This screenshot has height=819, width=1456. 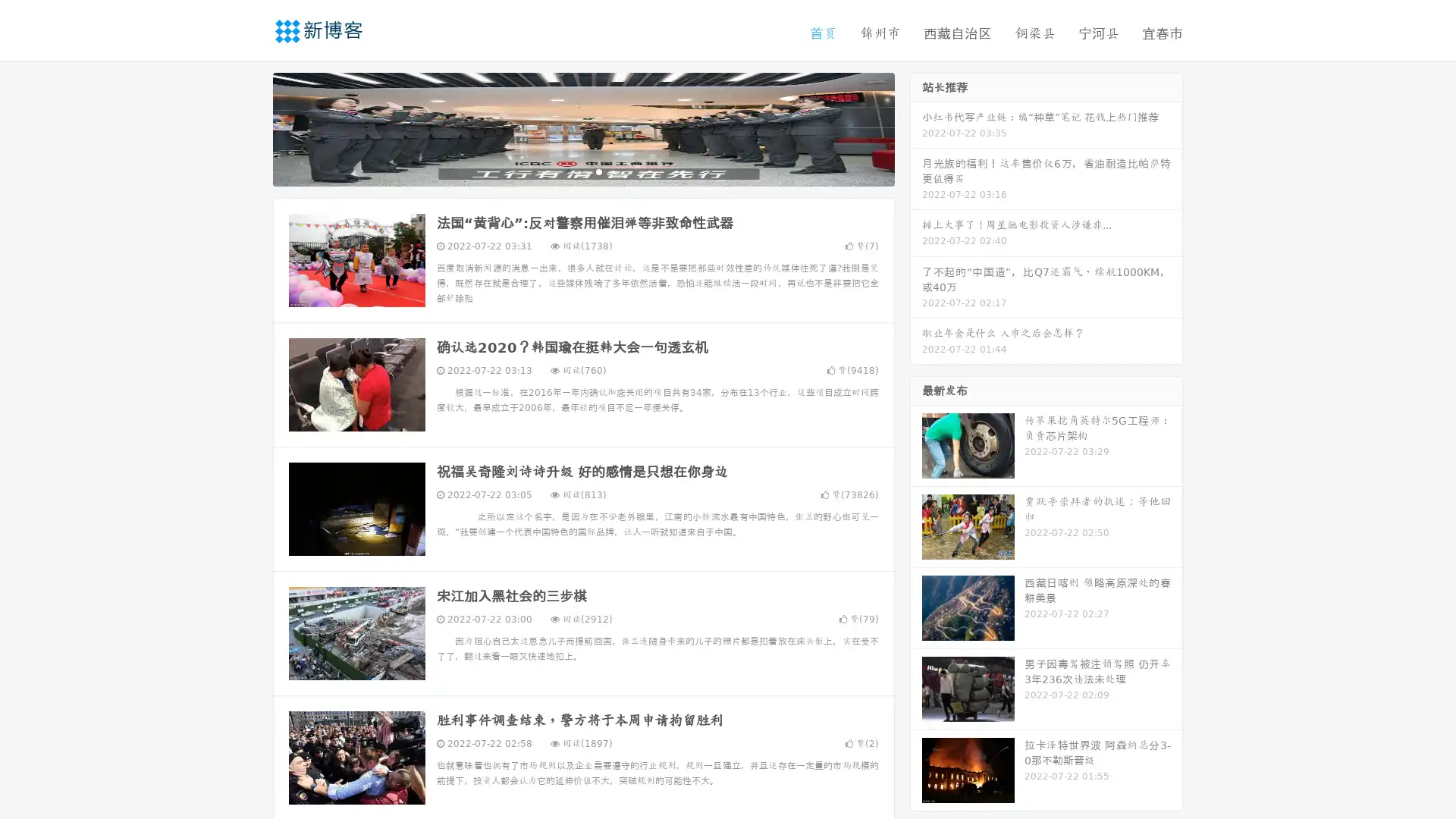 What do you see at coordinates (567, 171) in the screenshot?
I see `Go to slide 1` at bounding box center [567, 171].